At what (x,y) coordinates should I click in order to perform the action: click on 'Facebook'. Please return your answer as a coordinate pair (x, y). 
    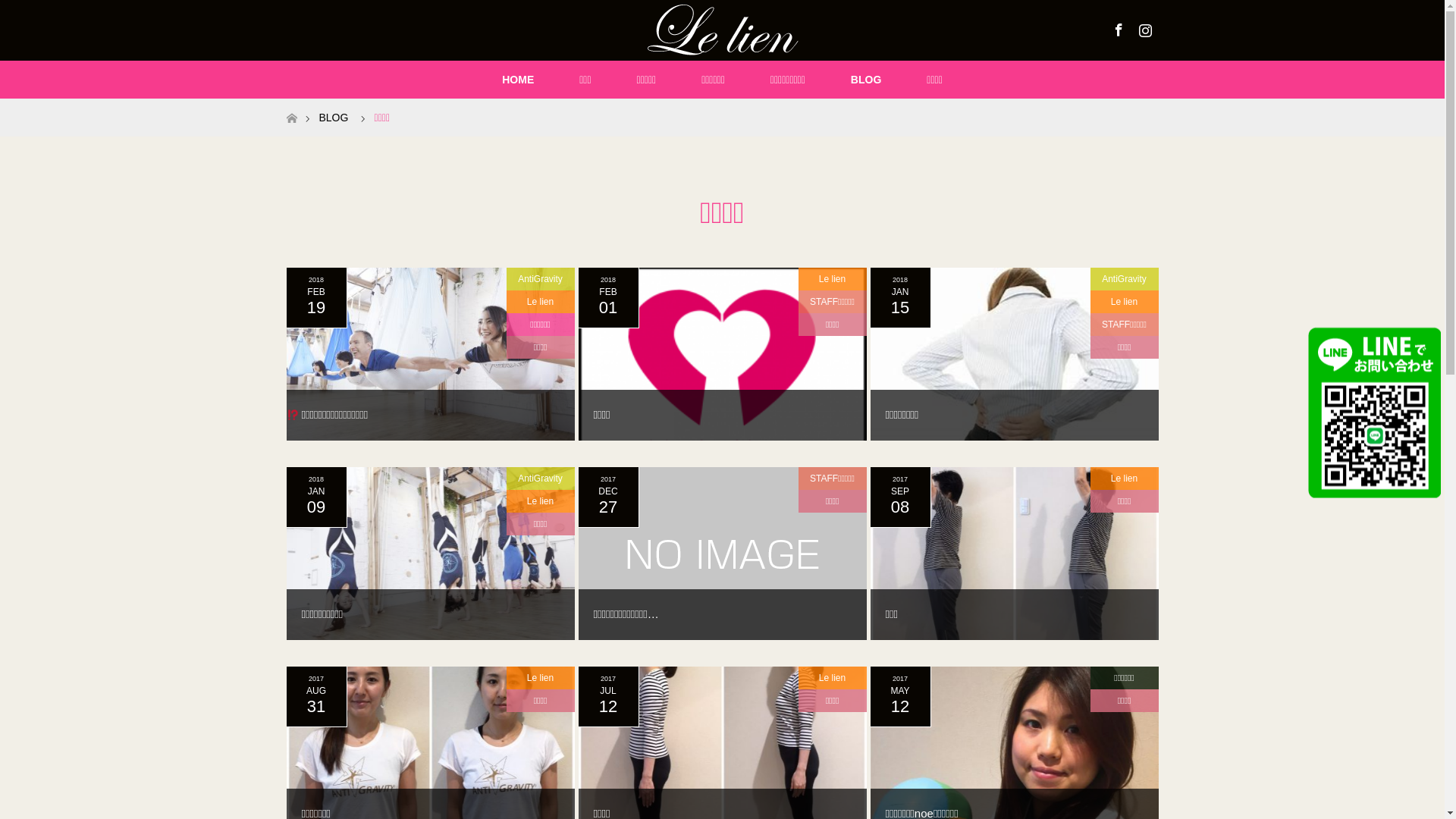
    Looking at the image, I should click on (1117, 27).